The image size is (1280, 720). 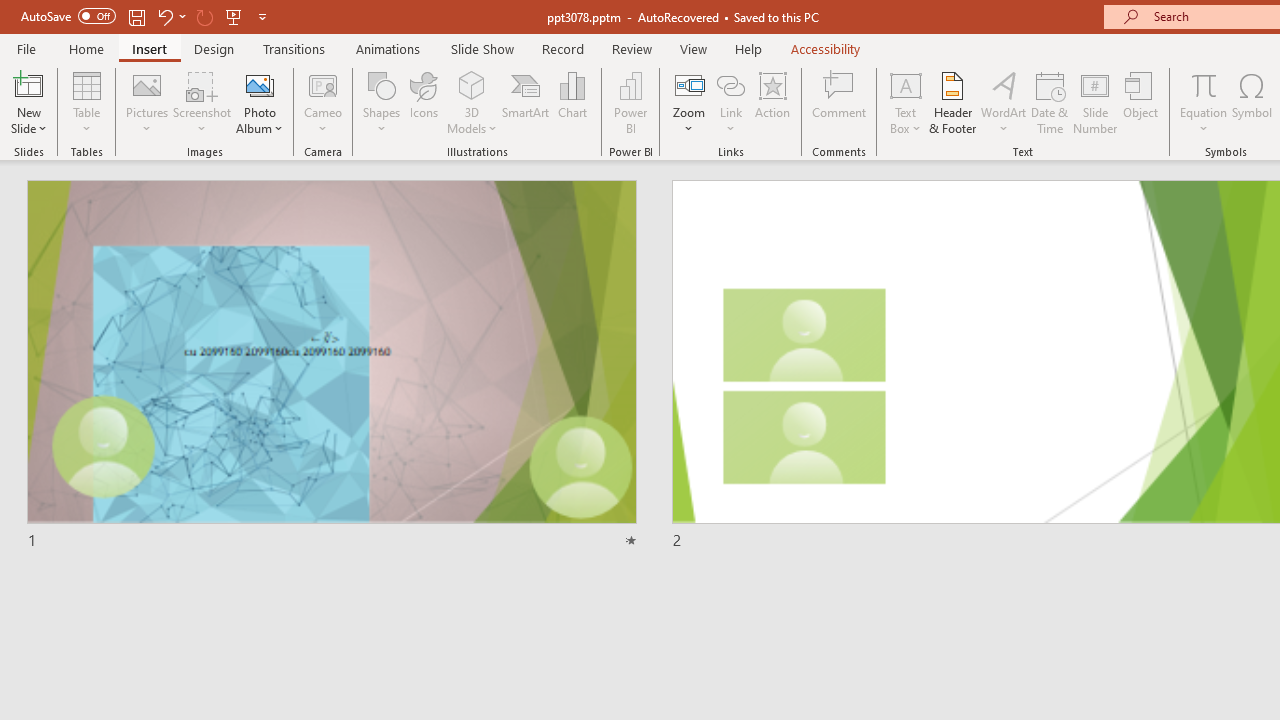 What do you see at coordinates (1141, 103) in the screenshot?
I see `'Object...'` at bounding box center [1141, 103].